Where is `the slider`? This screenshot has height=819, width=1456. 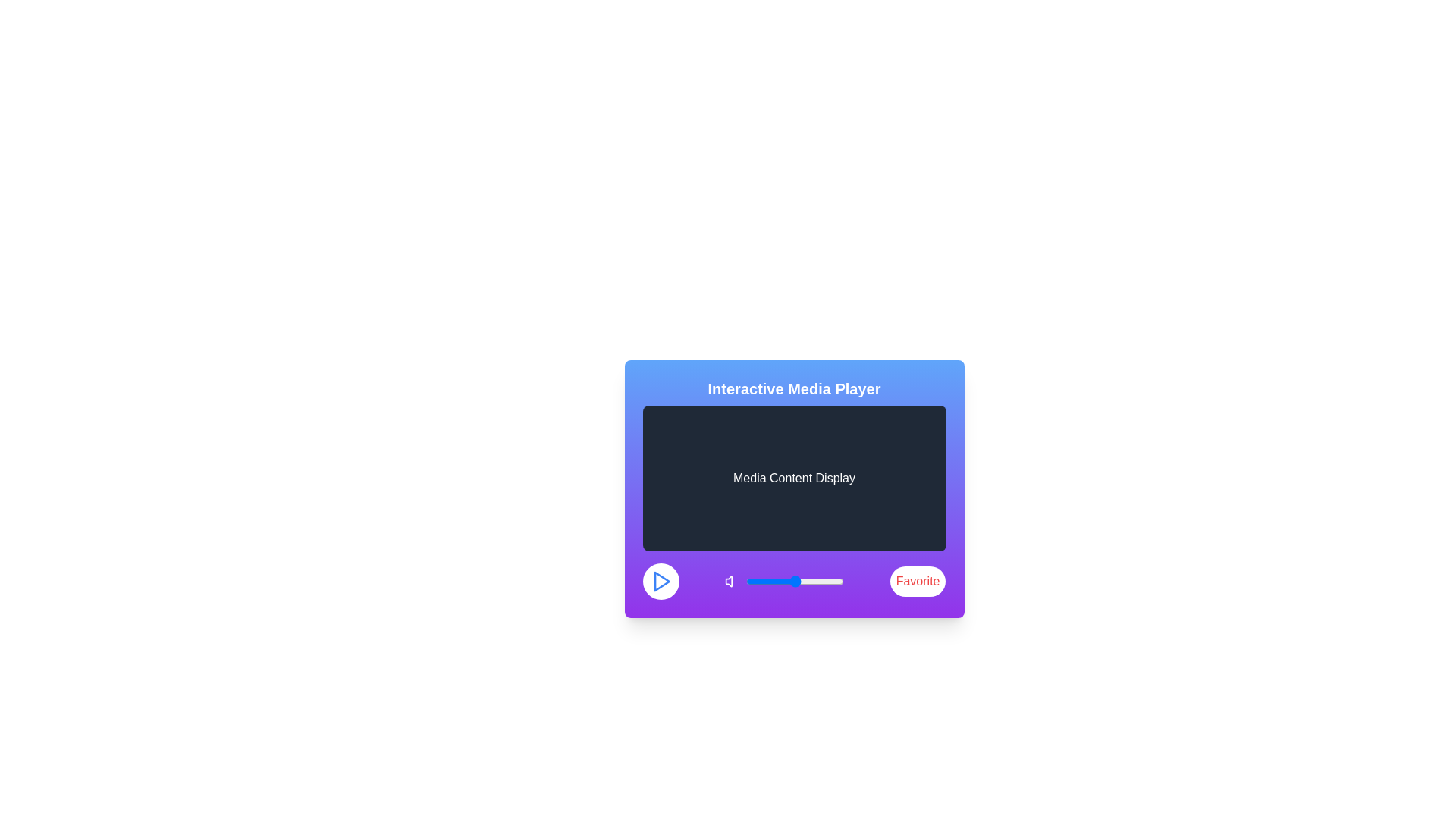
the slider is located at coordinates (796, 581).